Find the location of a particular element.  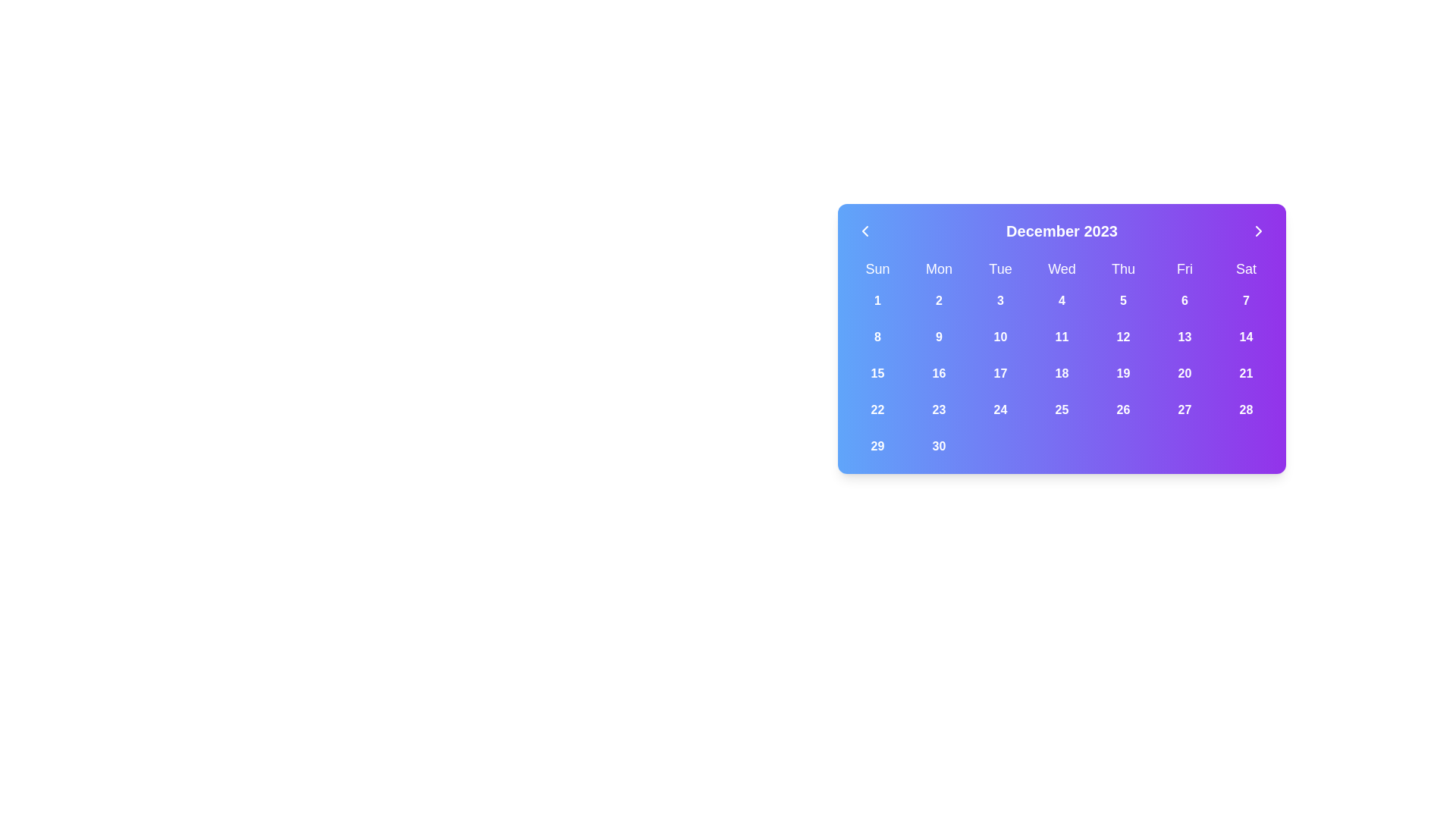

the button representing the 10th date of the month in the calendar interface is located at coordinates (1000, 336).